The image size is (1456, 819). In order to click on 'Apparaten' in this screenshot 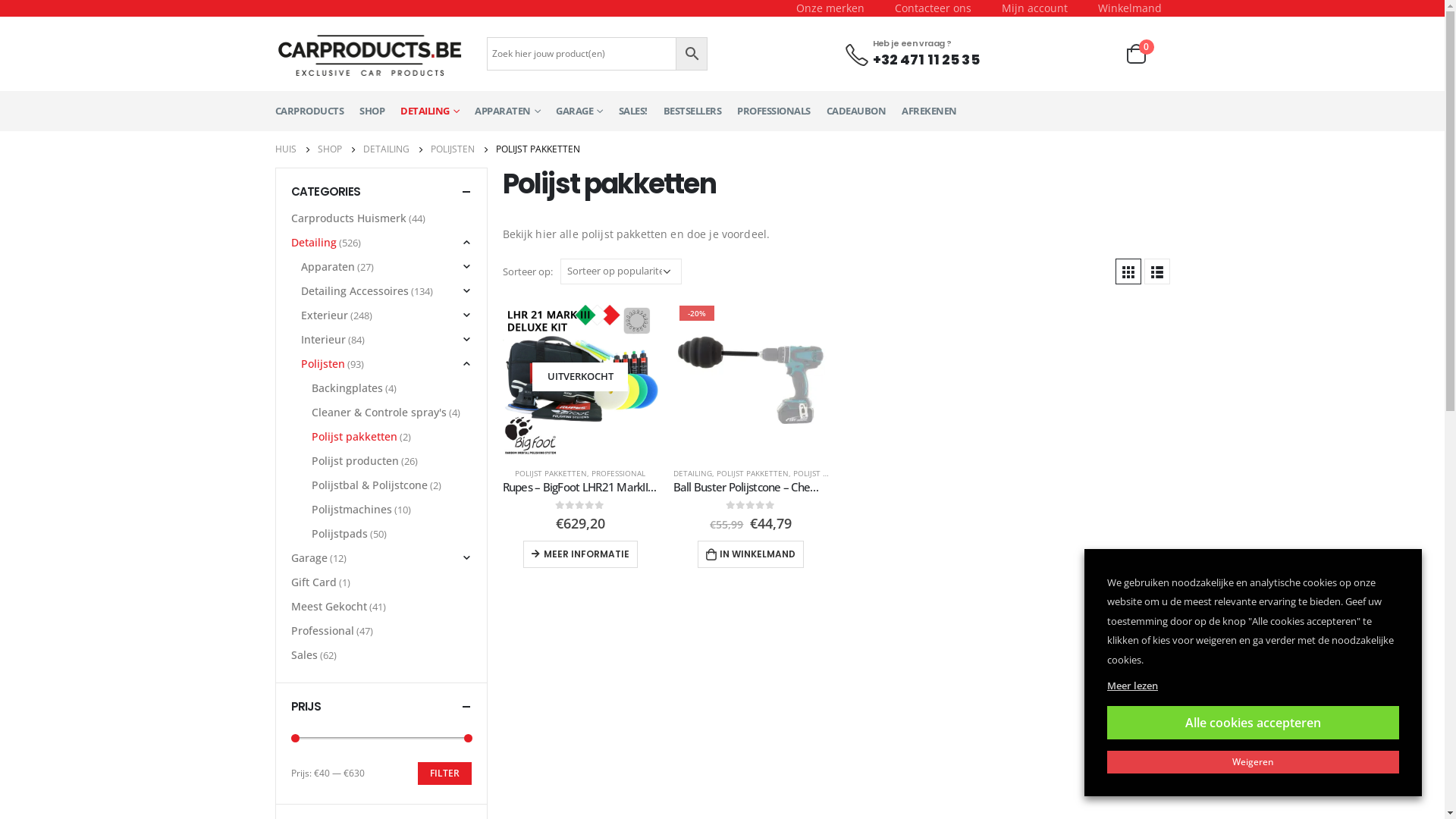, I will do `click(327, 265)`.